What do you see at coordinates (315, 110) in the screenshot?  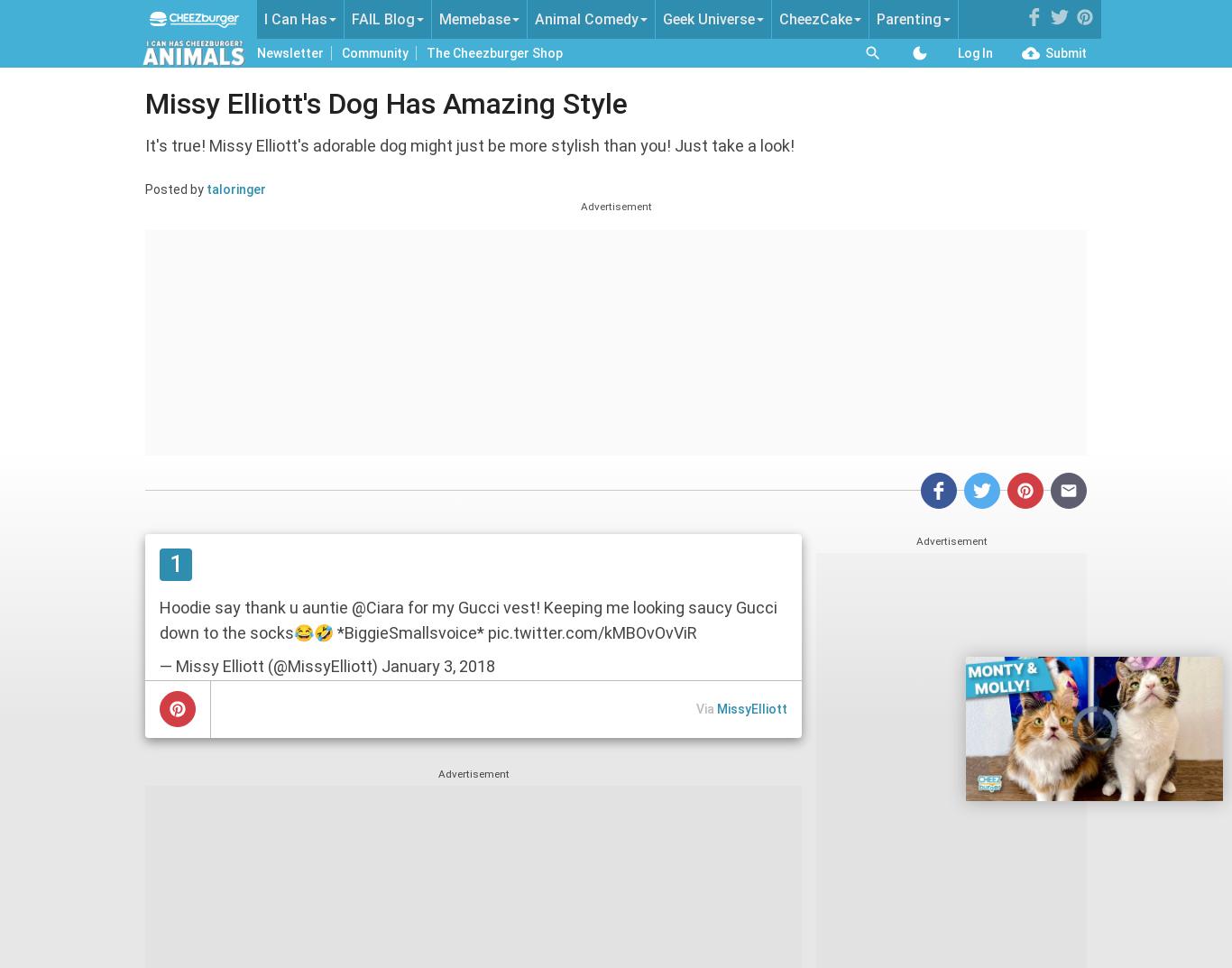 I see `'Cat Meme Of The Decade'` at bounding box center [315, 110].